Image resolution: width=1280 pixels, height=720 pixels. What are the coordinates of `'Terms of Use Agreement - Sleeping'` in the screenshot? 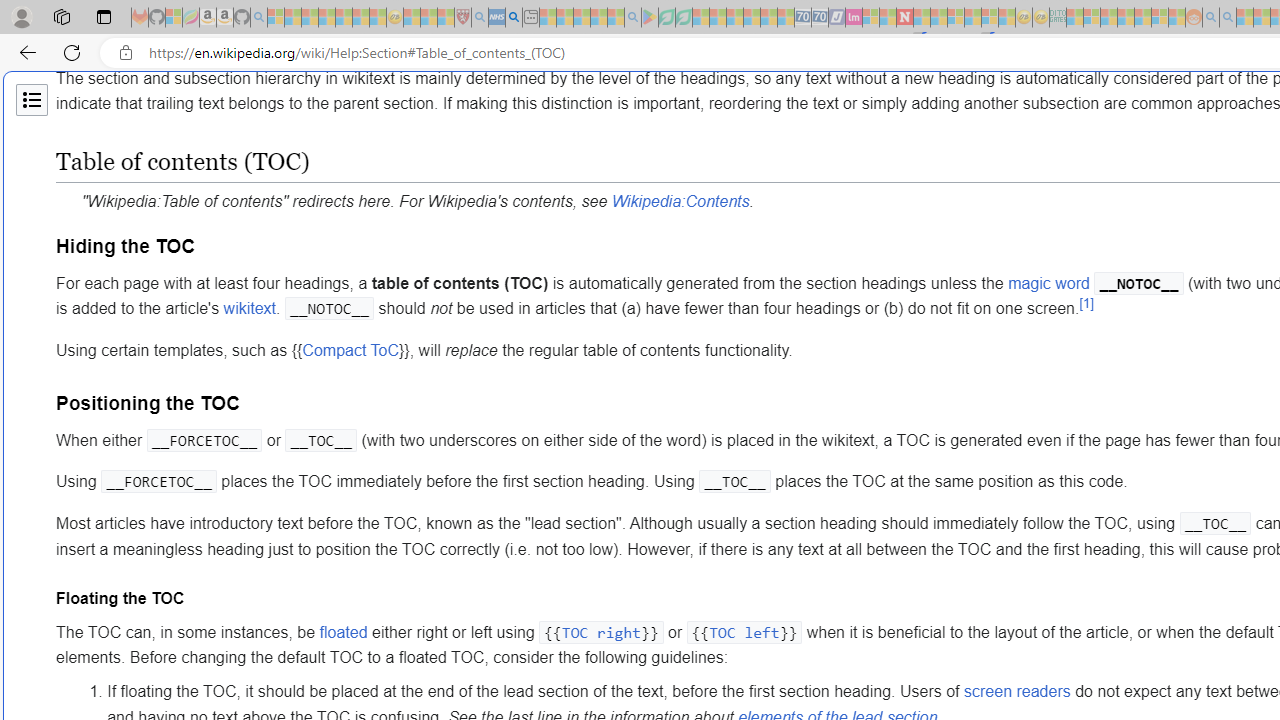 It's located at (666, 17).